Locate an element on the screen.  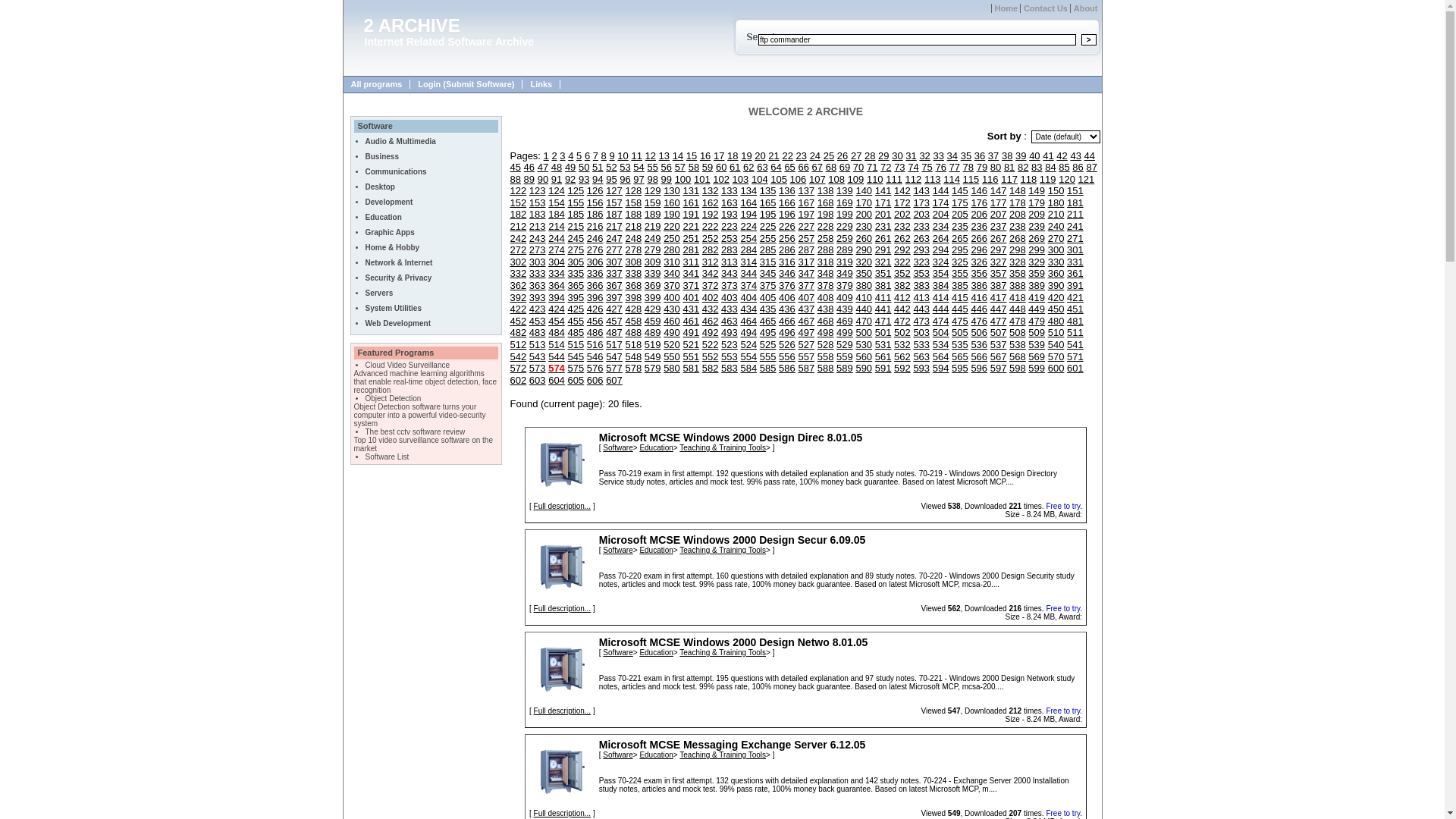
'391' is located at coordinates (1065, 285).